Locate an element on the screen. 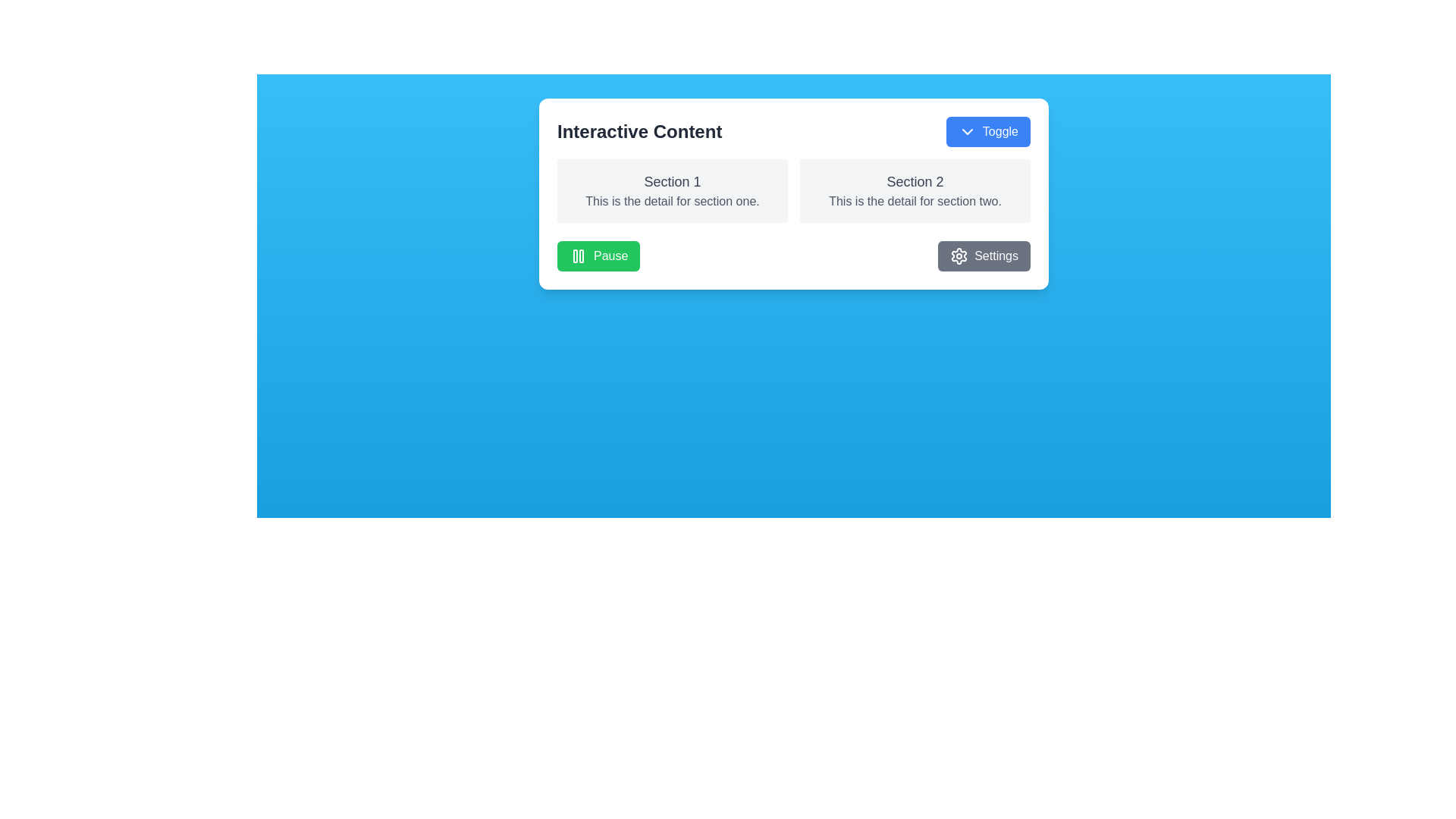  the left vertical bar of the pause icon, which is visually represented within an SVG element, located on a green button in the lower left corner of the card is located at coordinates (574, 256).